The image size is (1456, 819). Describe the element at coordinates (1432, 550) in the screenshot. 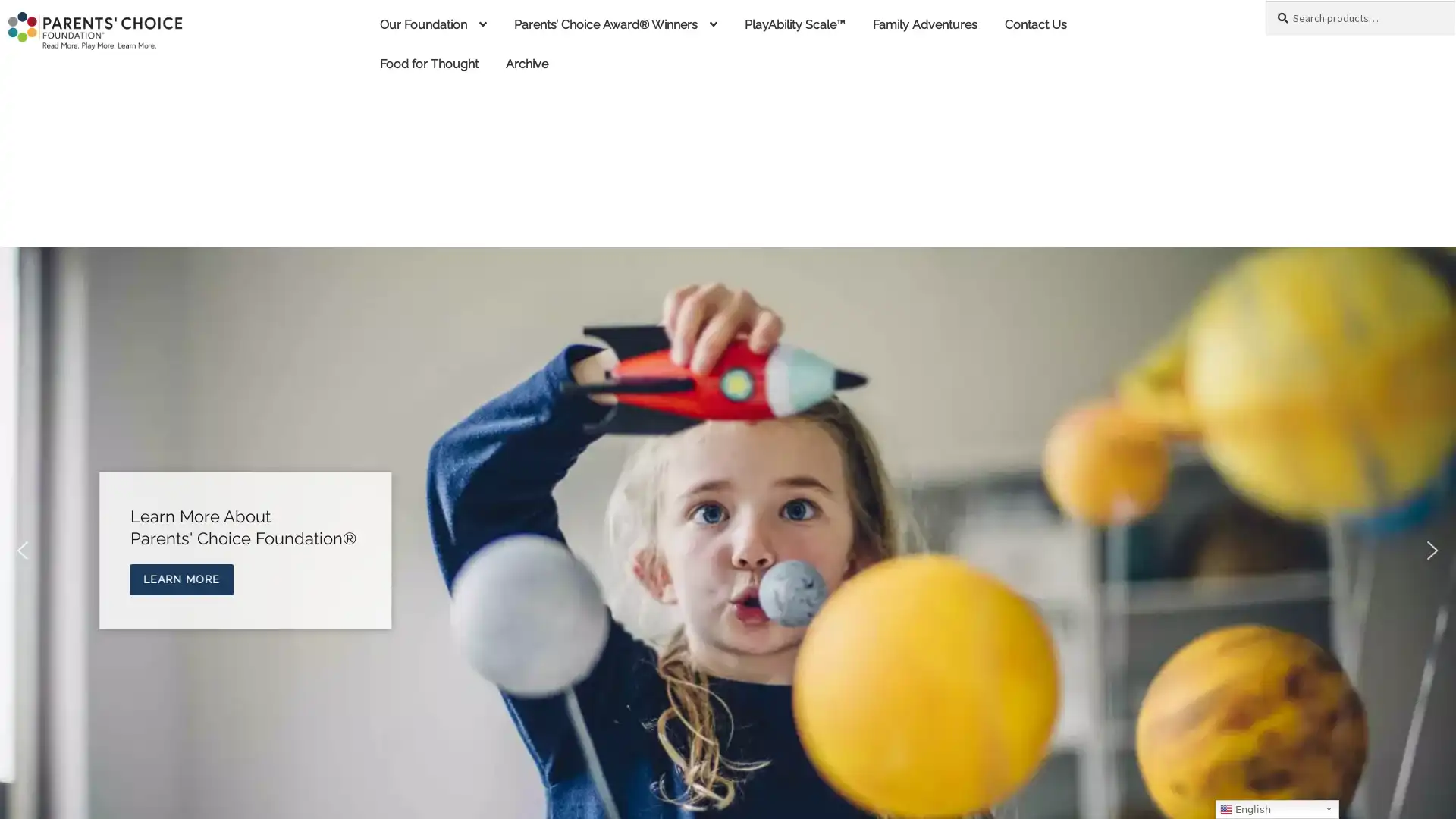

I see `next arrow` at that location.